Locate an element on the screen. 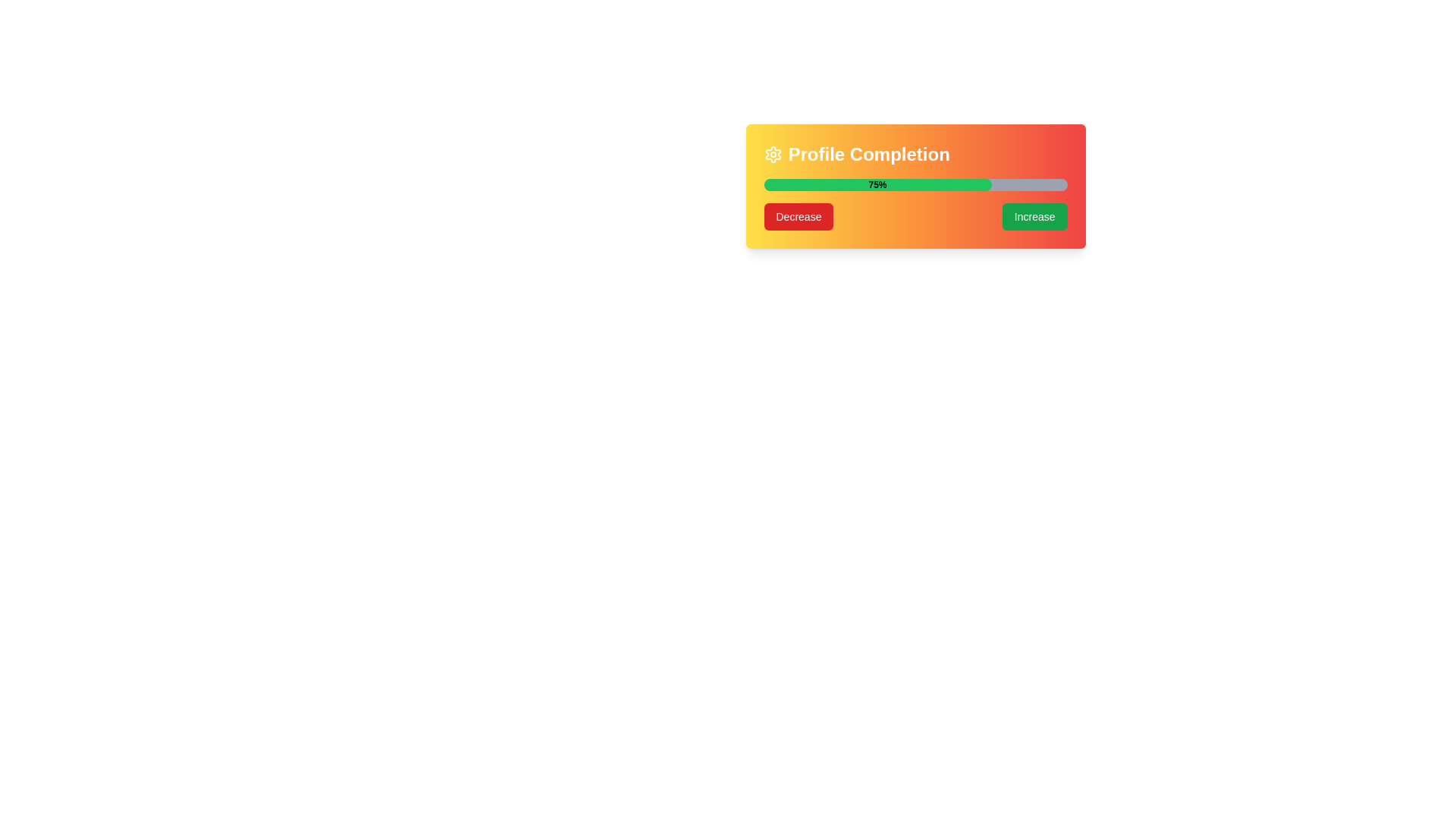  the gear-like icon representing settings, which is located on the left side of the header panel before the text 'Profile Completion' is located at coordinates (773, 155).